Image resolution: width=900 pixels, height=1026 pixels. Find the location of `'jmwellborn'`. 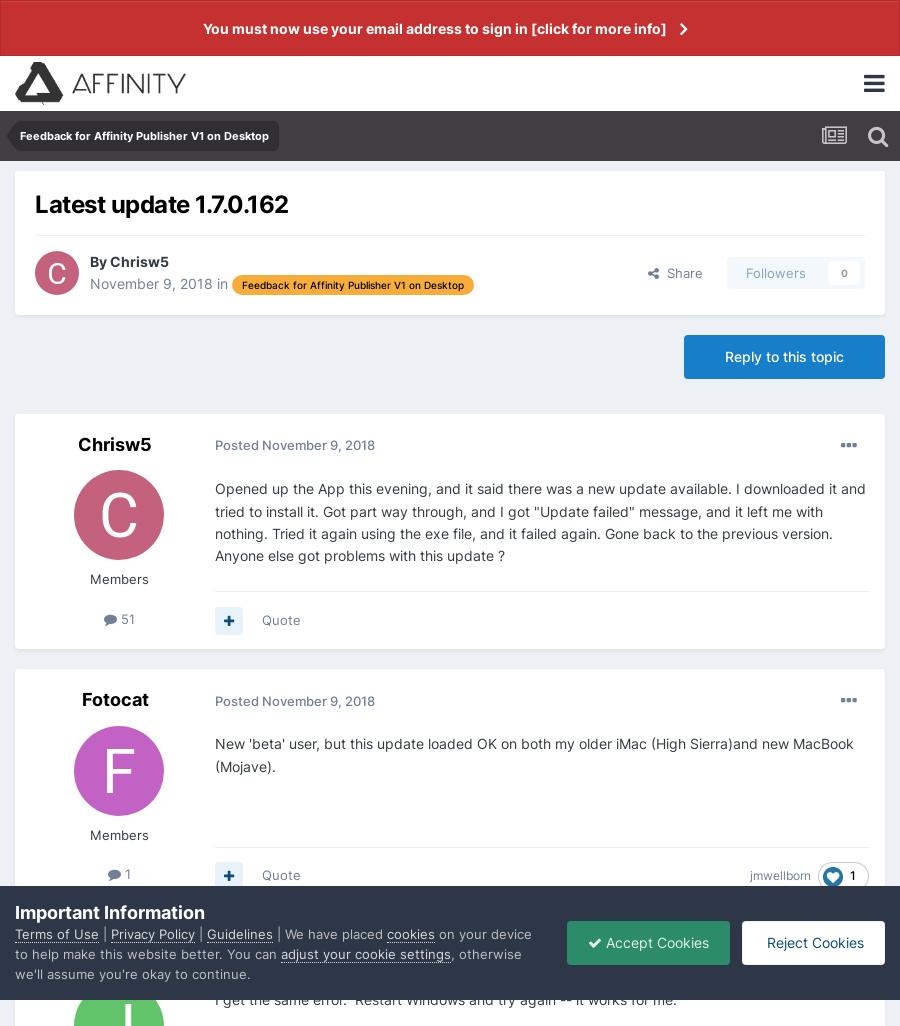

'jmwellborn' is located at coordinates (779, 874).